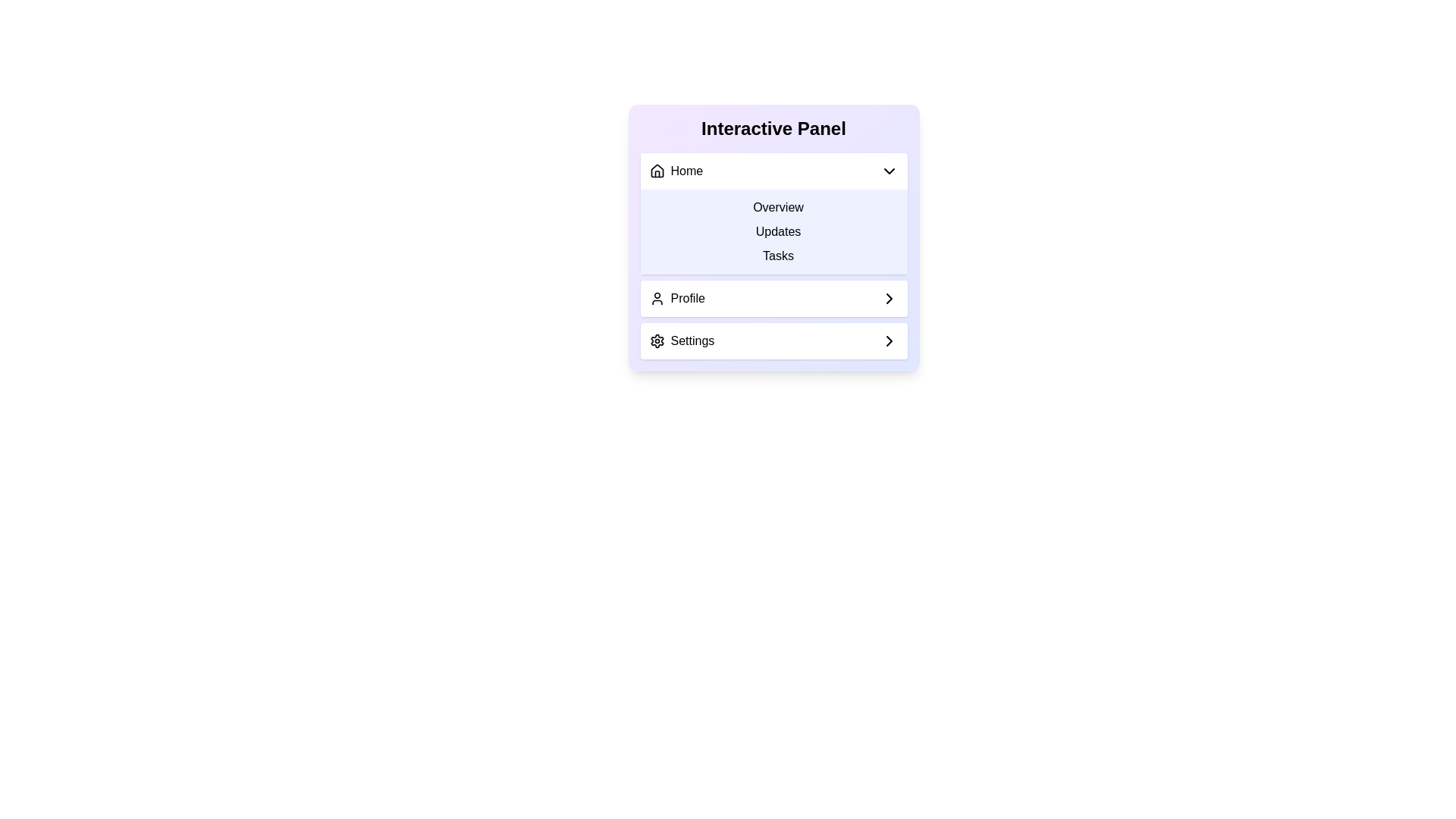  I want to click on the right-pointing chevron icon located at the far right of the 'Profile' row, so click(889, 298).